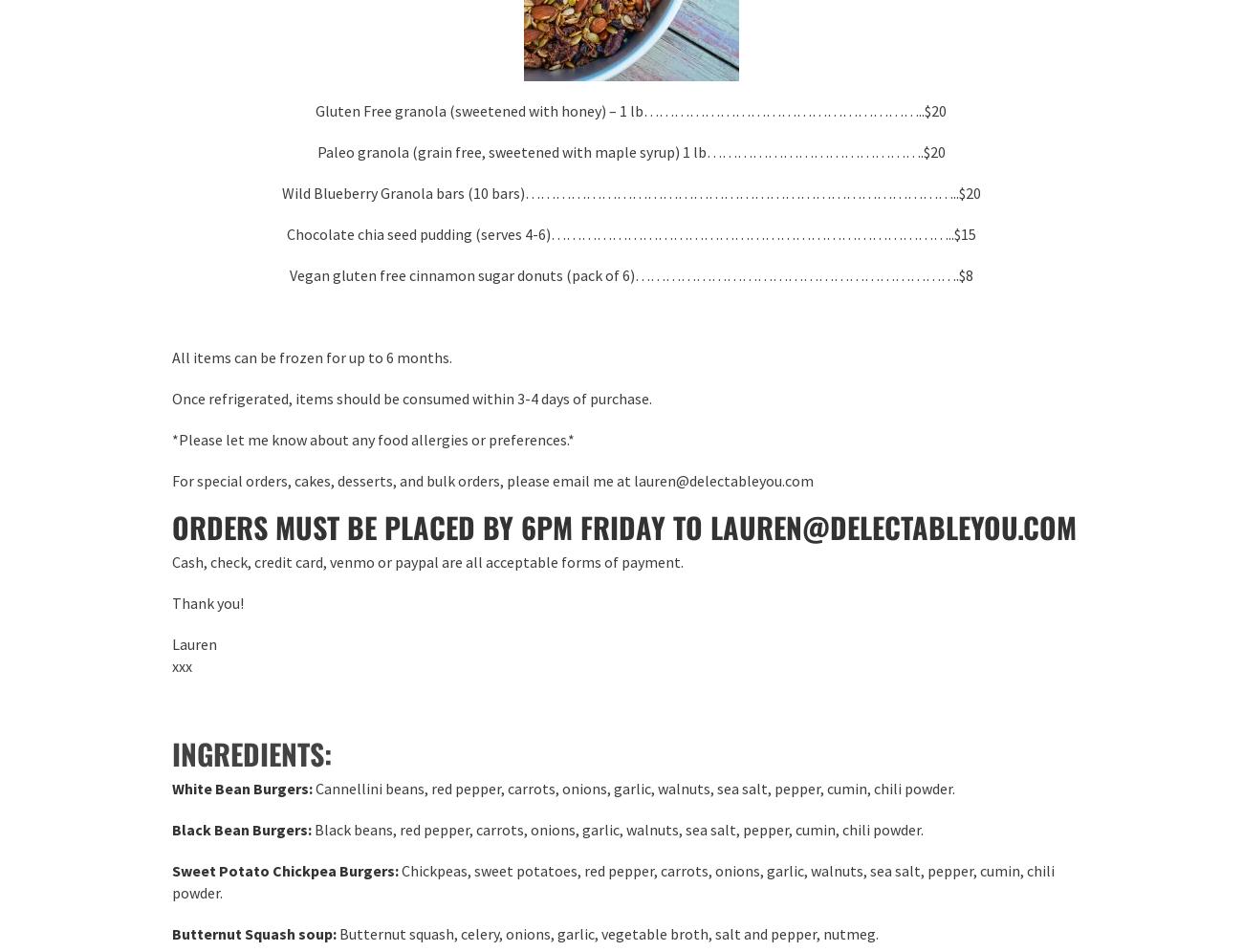 The height and width of the screenshot is (952, 1243). I want to click on 'Butternut Squash soup:', so click(252, 932).